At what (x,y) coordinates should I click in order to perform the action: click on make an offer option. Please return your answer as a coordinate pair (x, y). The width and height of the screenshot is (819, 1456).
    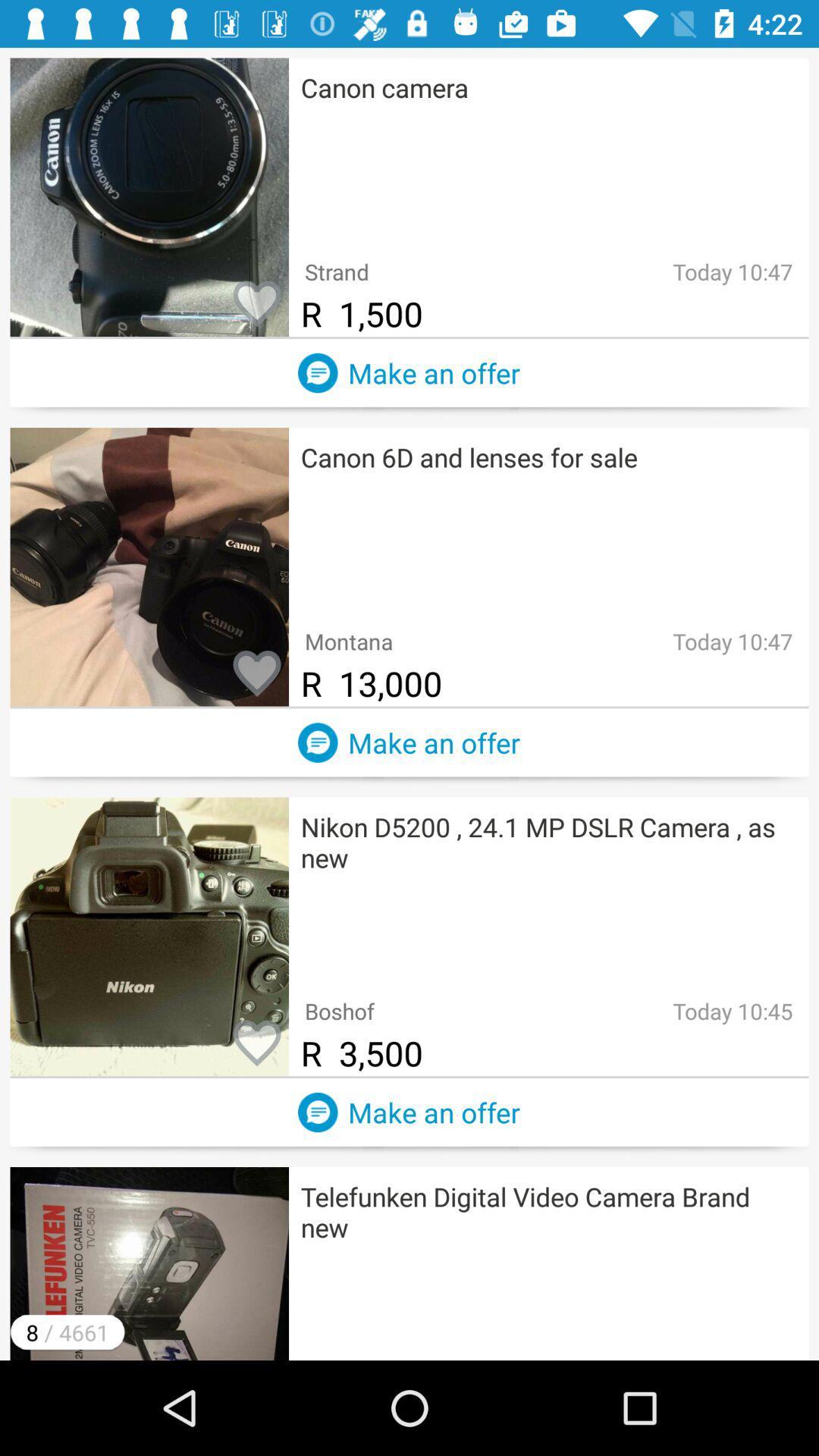
    Looking at the image, I should click on (317, 1112).